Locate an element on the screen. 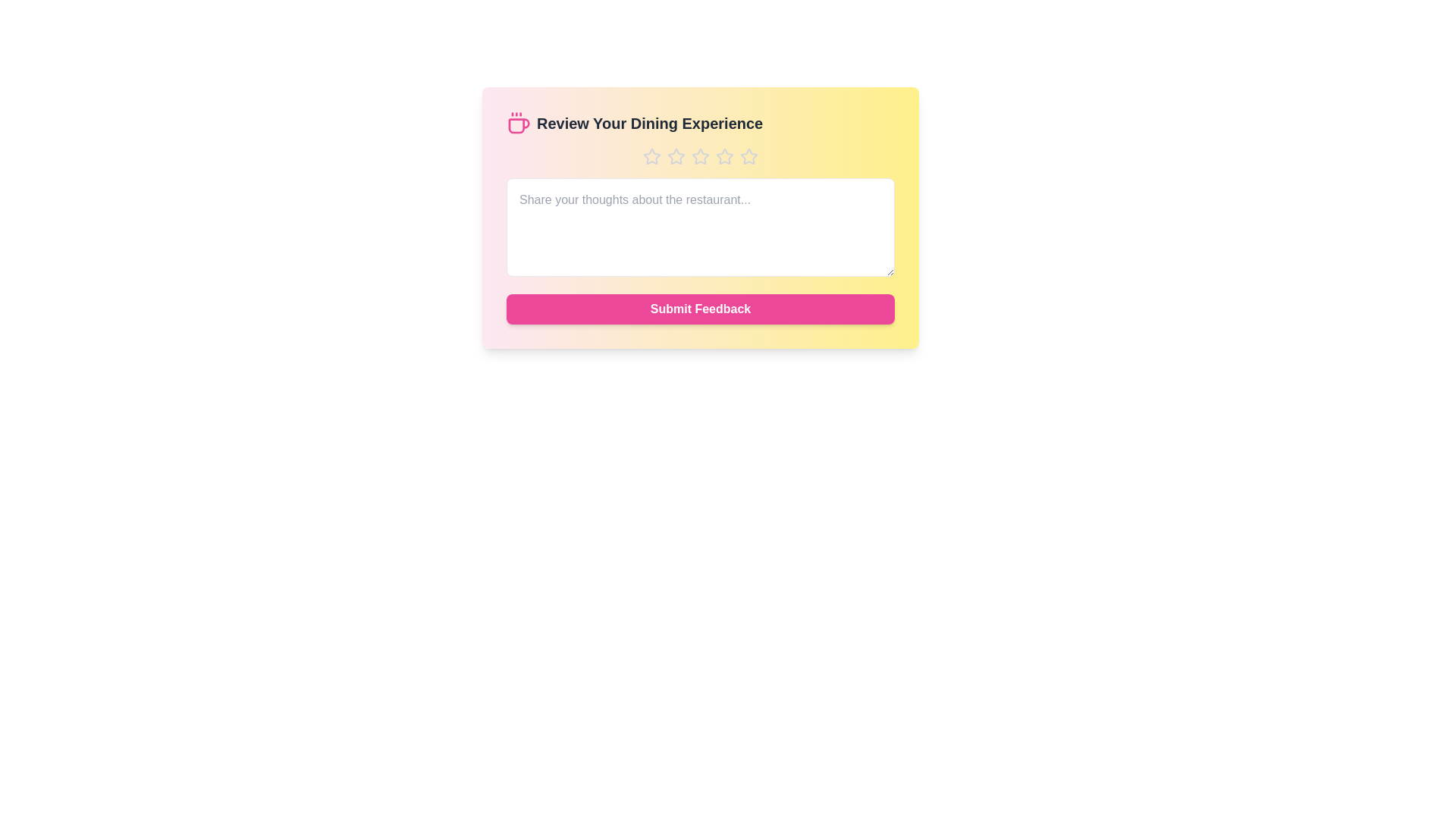  the 'Submit Feedback' button to submit the review is located at coordinates (700, 309).